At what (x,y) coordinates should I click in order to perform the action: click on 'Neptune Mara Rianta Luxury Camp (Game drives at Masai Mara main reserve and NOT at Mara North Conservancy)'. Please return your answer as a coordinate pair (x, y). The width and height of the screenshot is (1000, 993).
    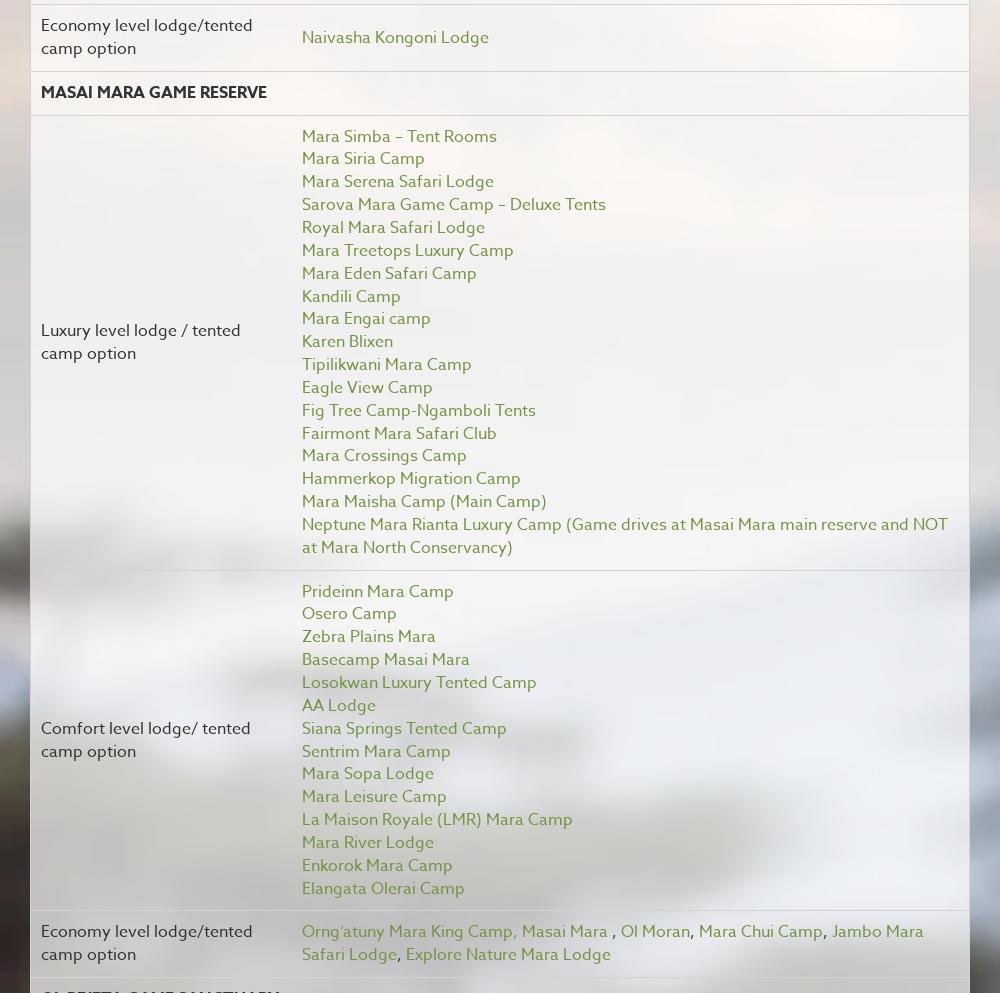
    Looking at the image, I should click on (623, 534).